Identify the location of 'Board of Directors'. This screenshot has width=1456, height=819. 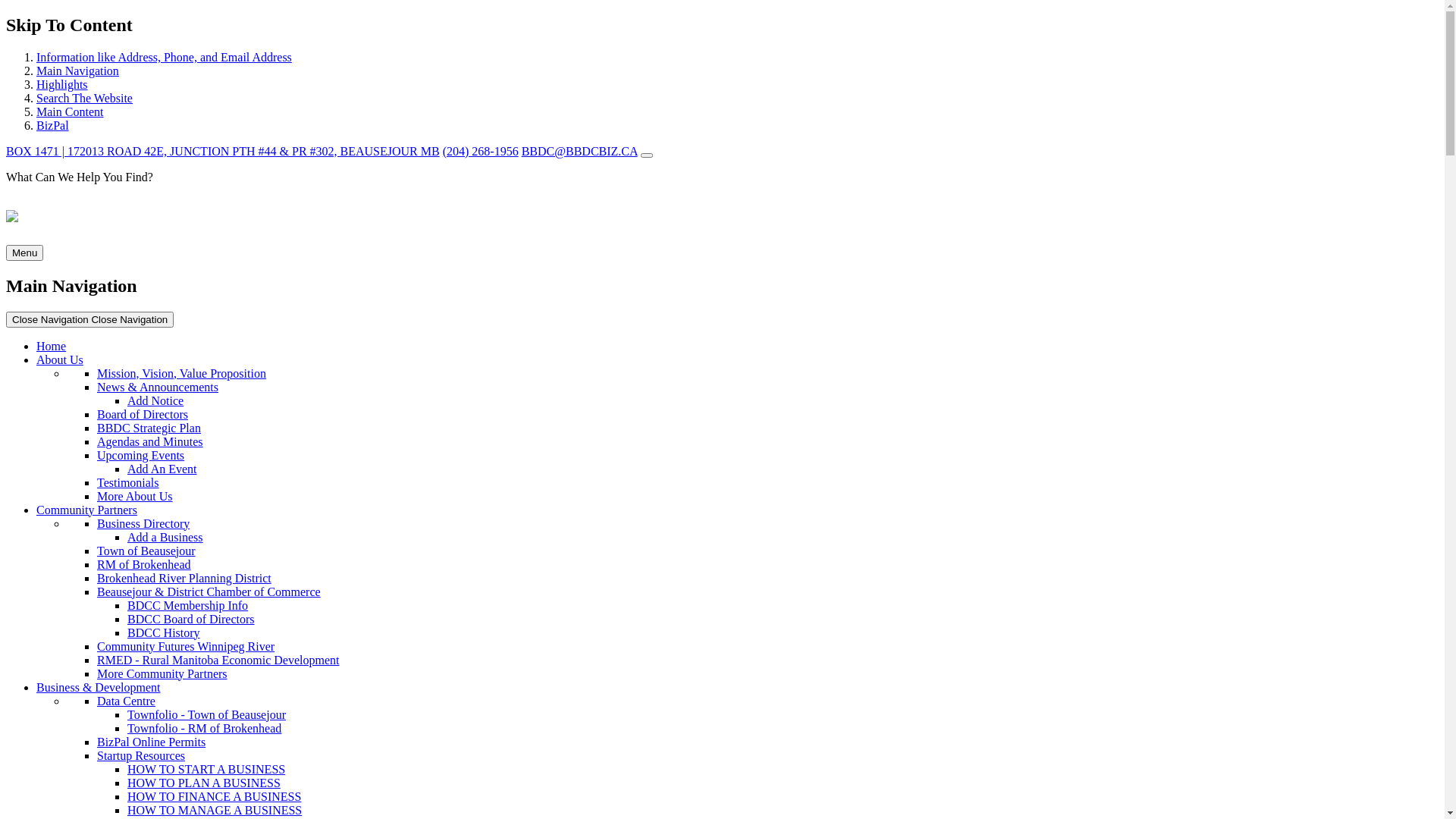
(96, 414).